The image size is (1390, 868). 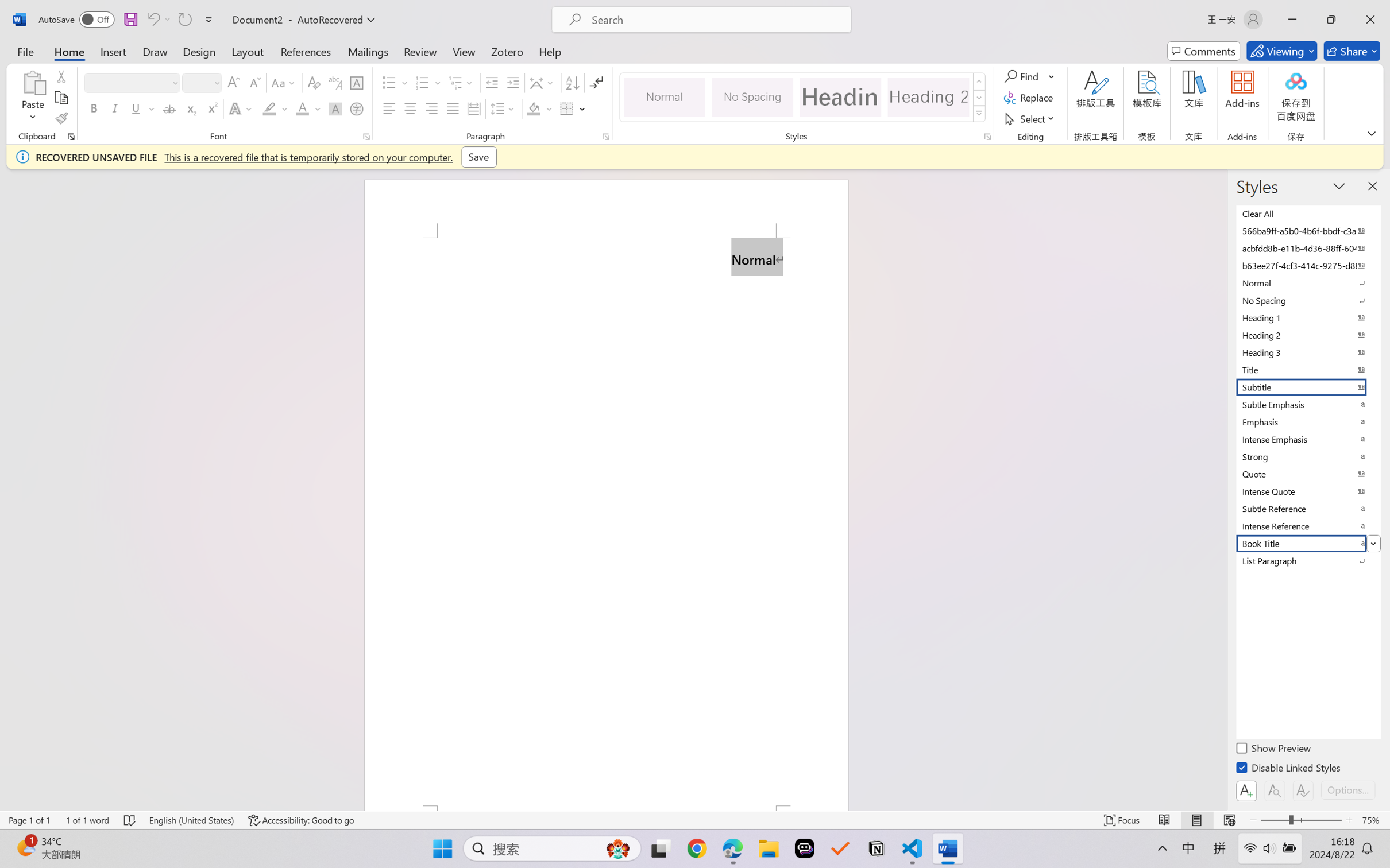 I want to click on 'Bold', so click(x=94, y=108).